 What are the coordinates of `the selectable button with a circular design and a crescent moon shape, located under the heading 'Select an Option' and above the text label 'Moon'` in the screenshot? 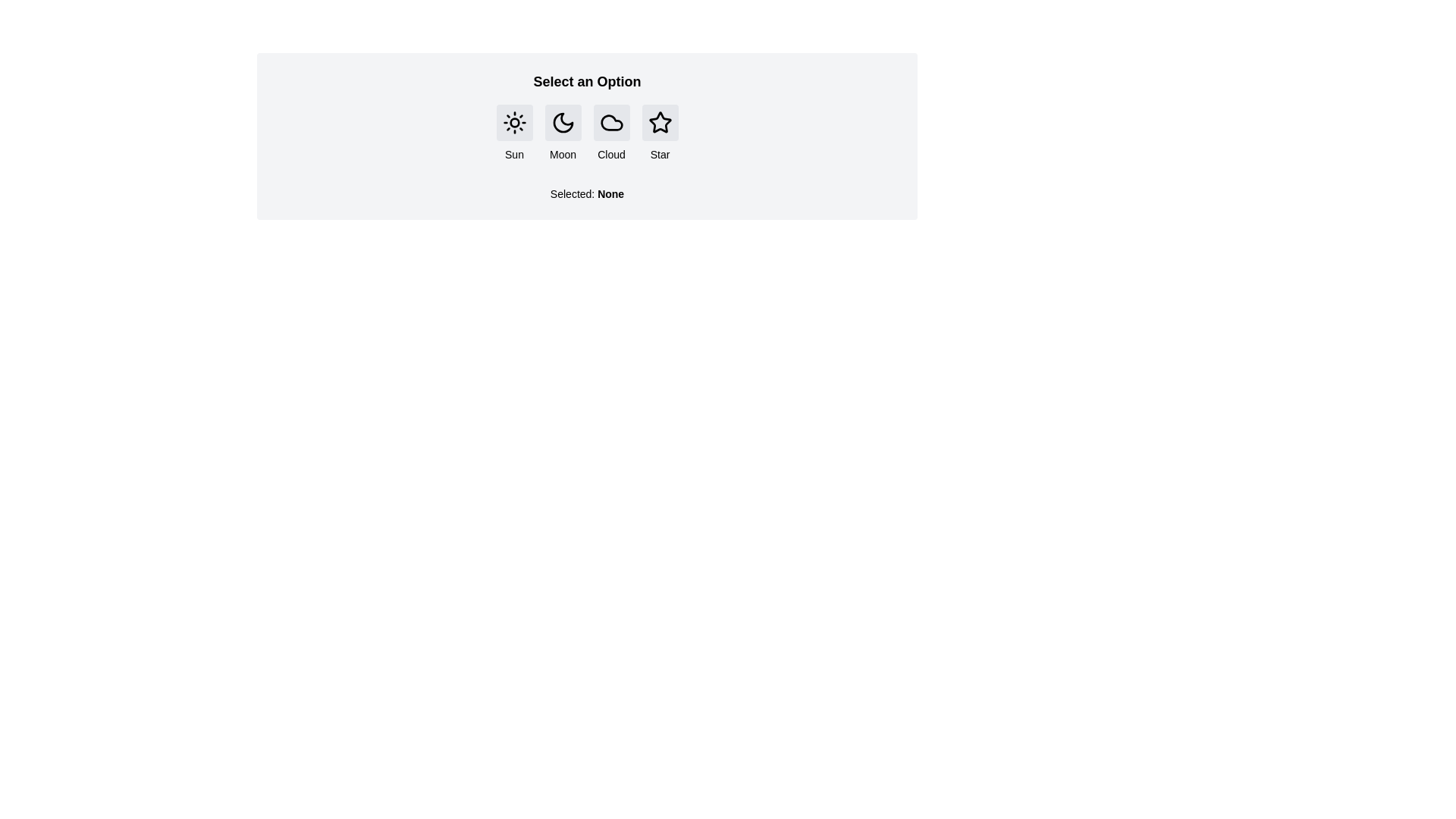 It's located at (562, 122).